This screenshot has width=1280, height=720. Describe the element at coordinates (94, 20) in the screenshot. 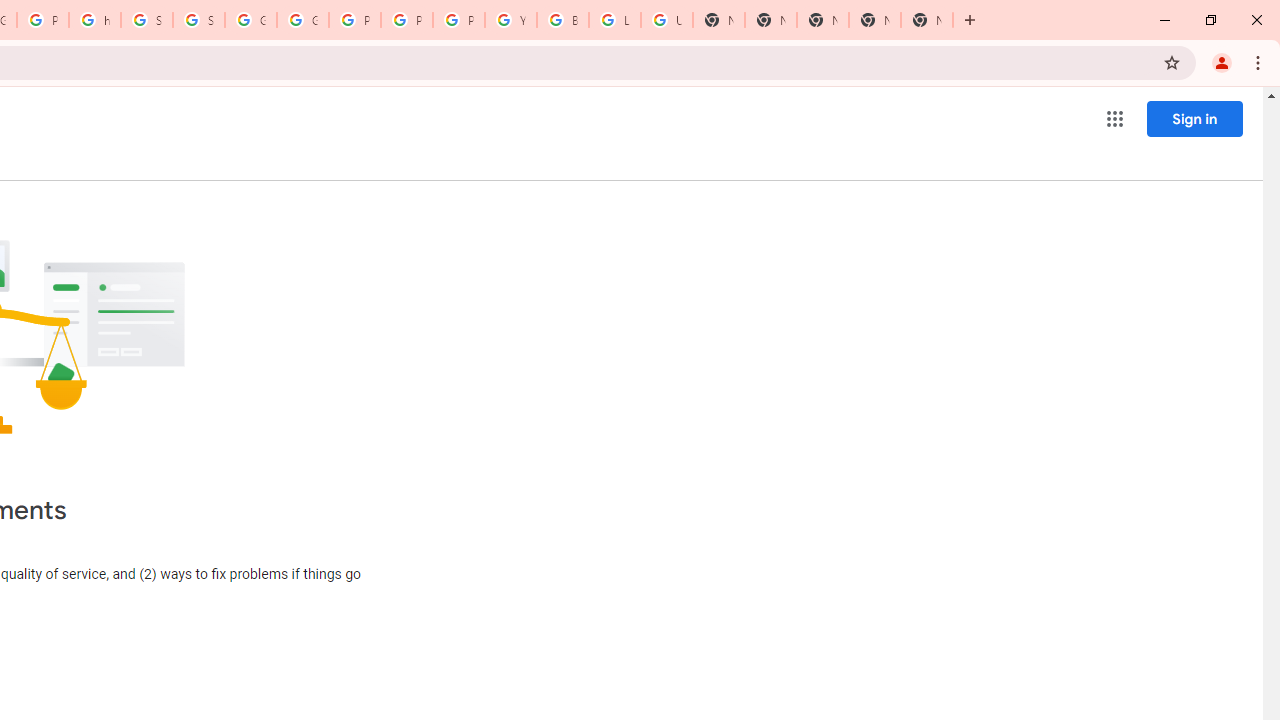

I see `'https://scholar.google.com/'` at that location.